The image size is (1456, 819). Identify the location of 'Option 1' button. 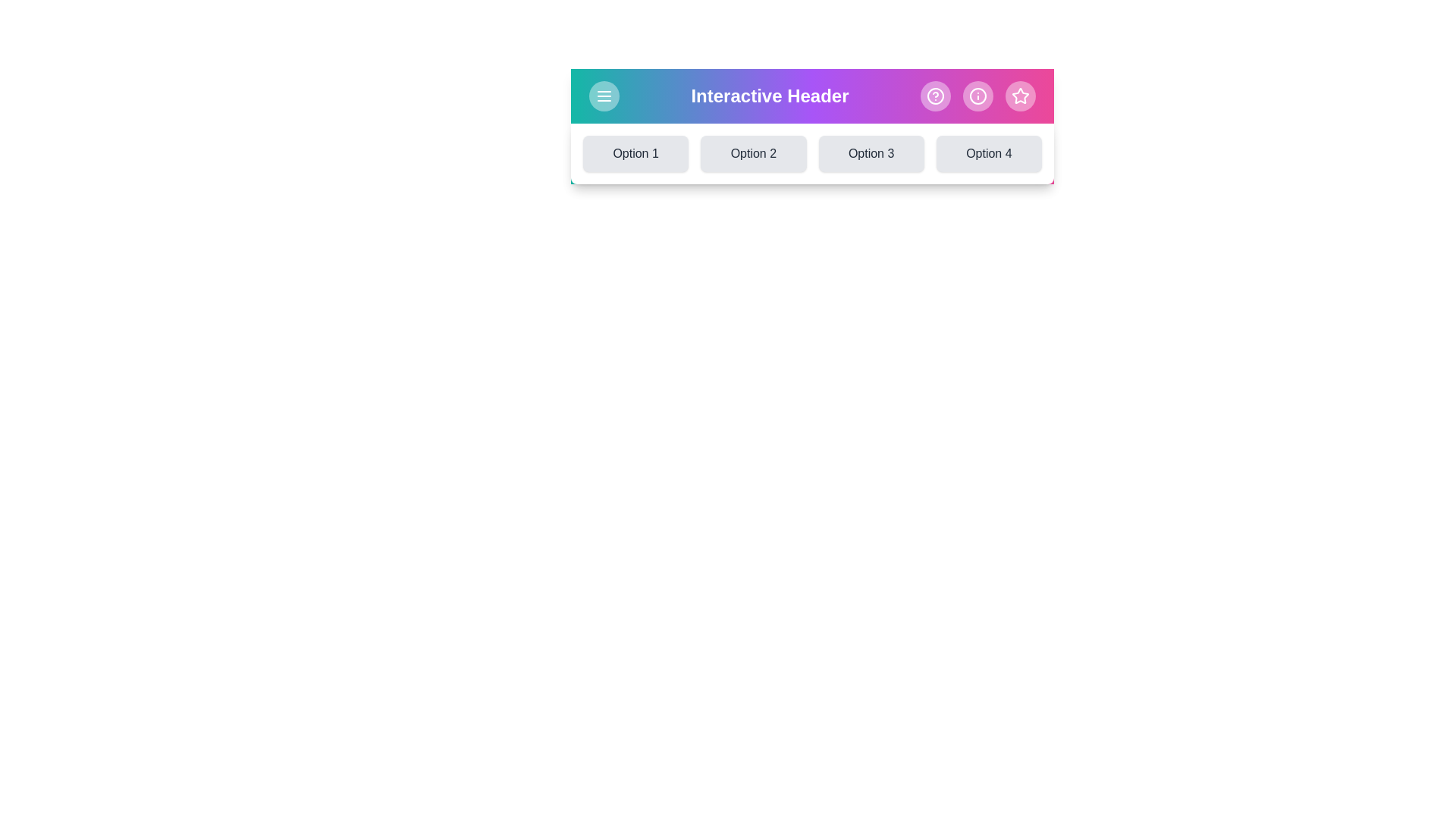
(635, 154).